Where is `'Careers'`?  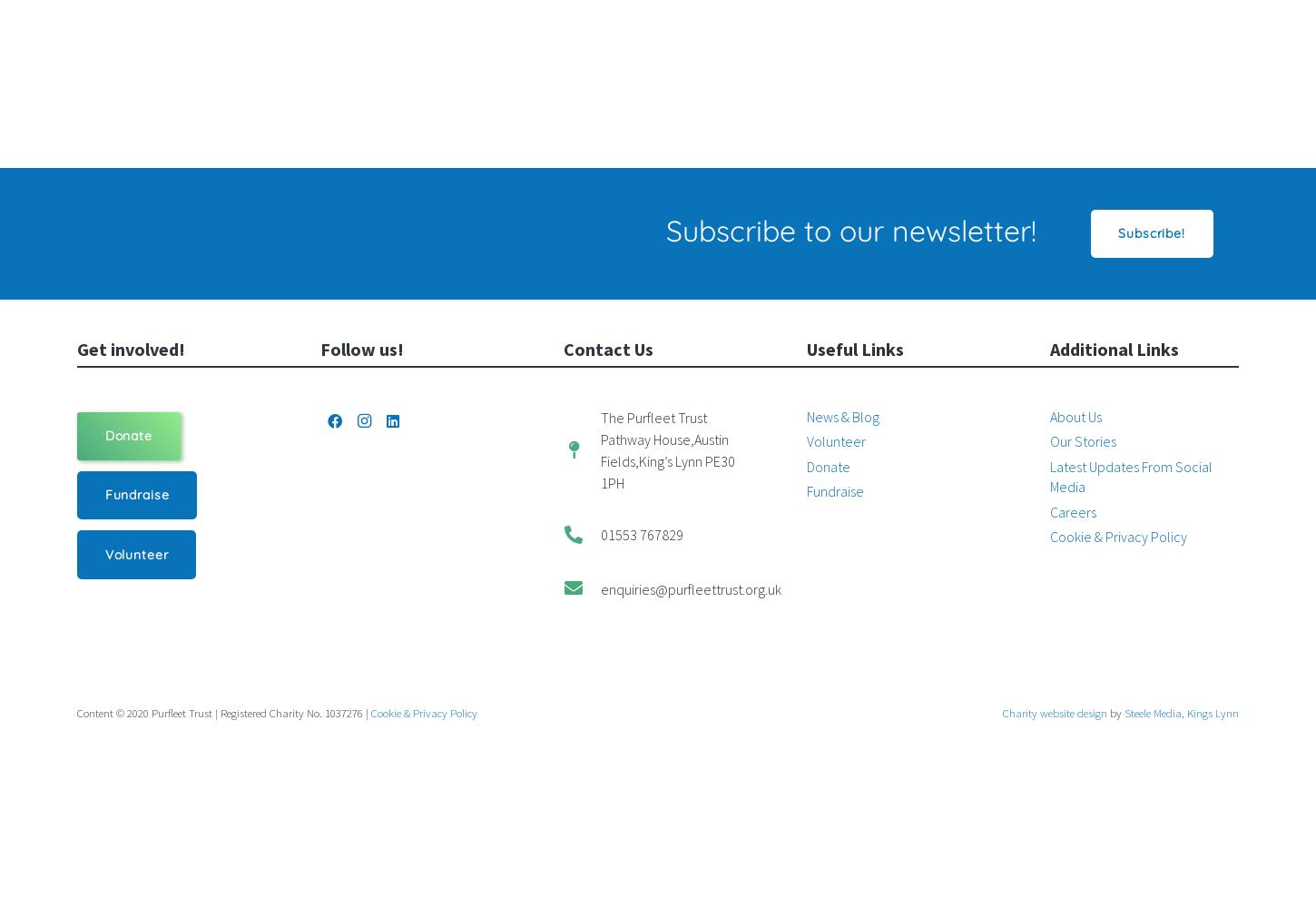 'Careers' is located at coordinates (1072, 510).